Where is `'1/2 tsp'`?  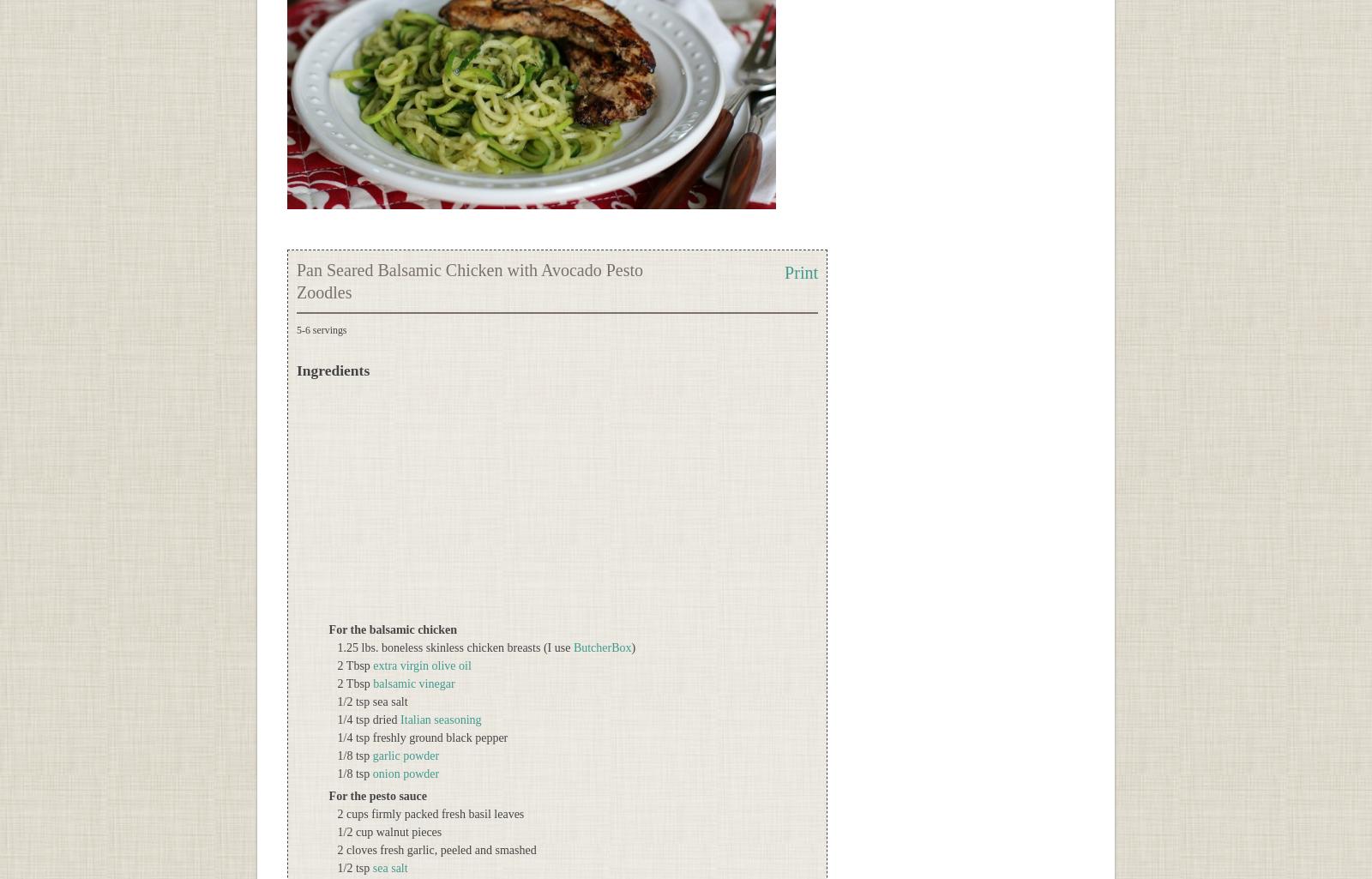 '1/2 tsp' is located at coordinates (353, 867).